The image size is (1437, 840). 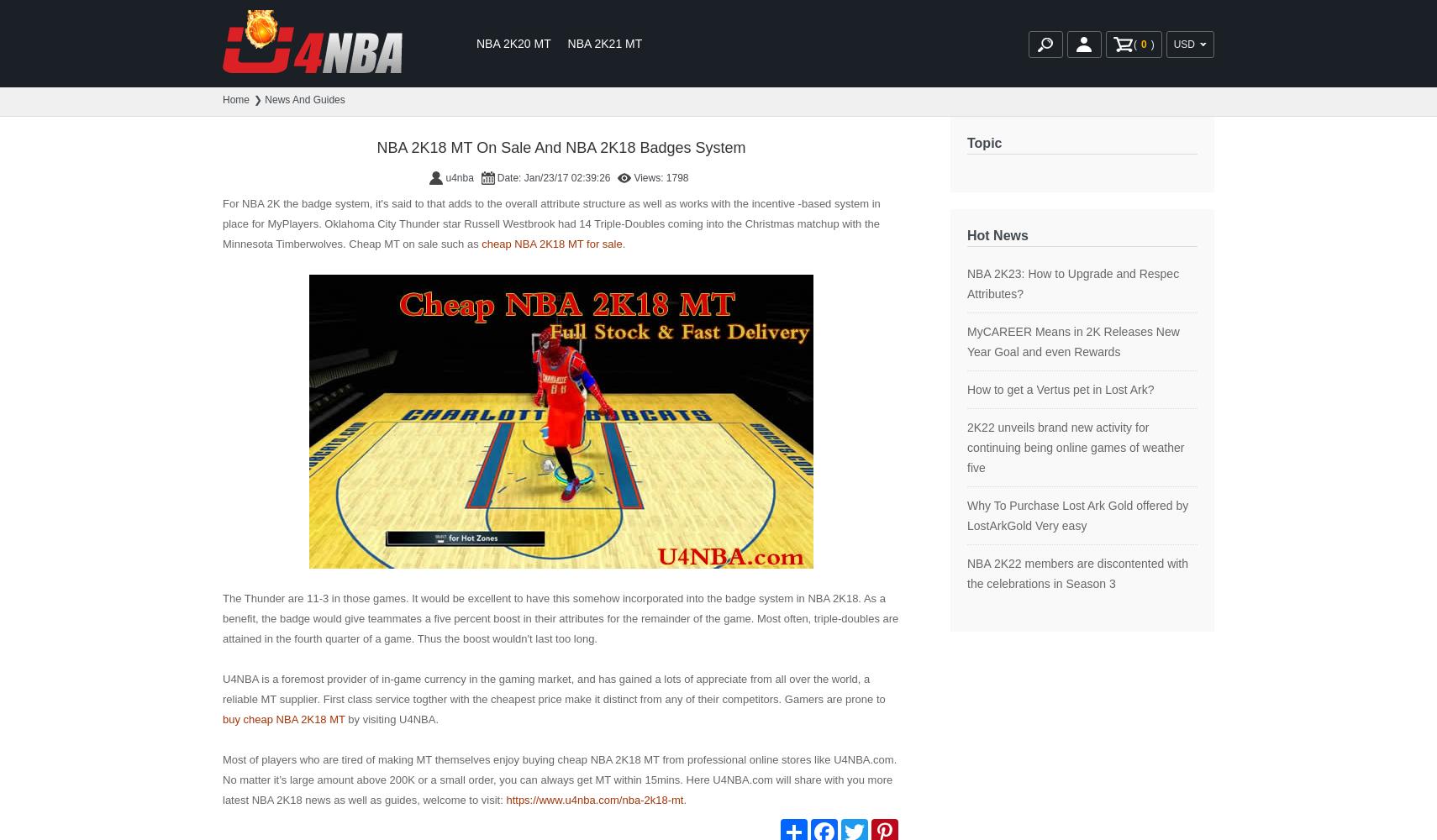 I want to click on 'Why To Purchase Lost Ark Gold offered by LostArkGold Very easy', so click(x=1076, y=515).